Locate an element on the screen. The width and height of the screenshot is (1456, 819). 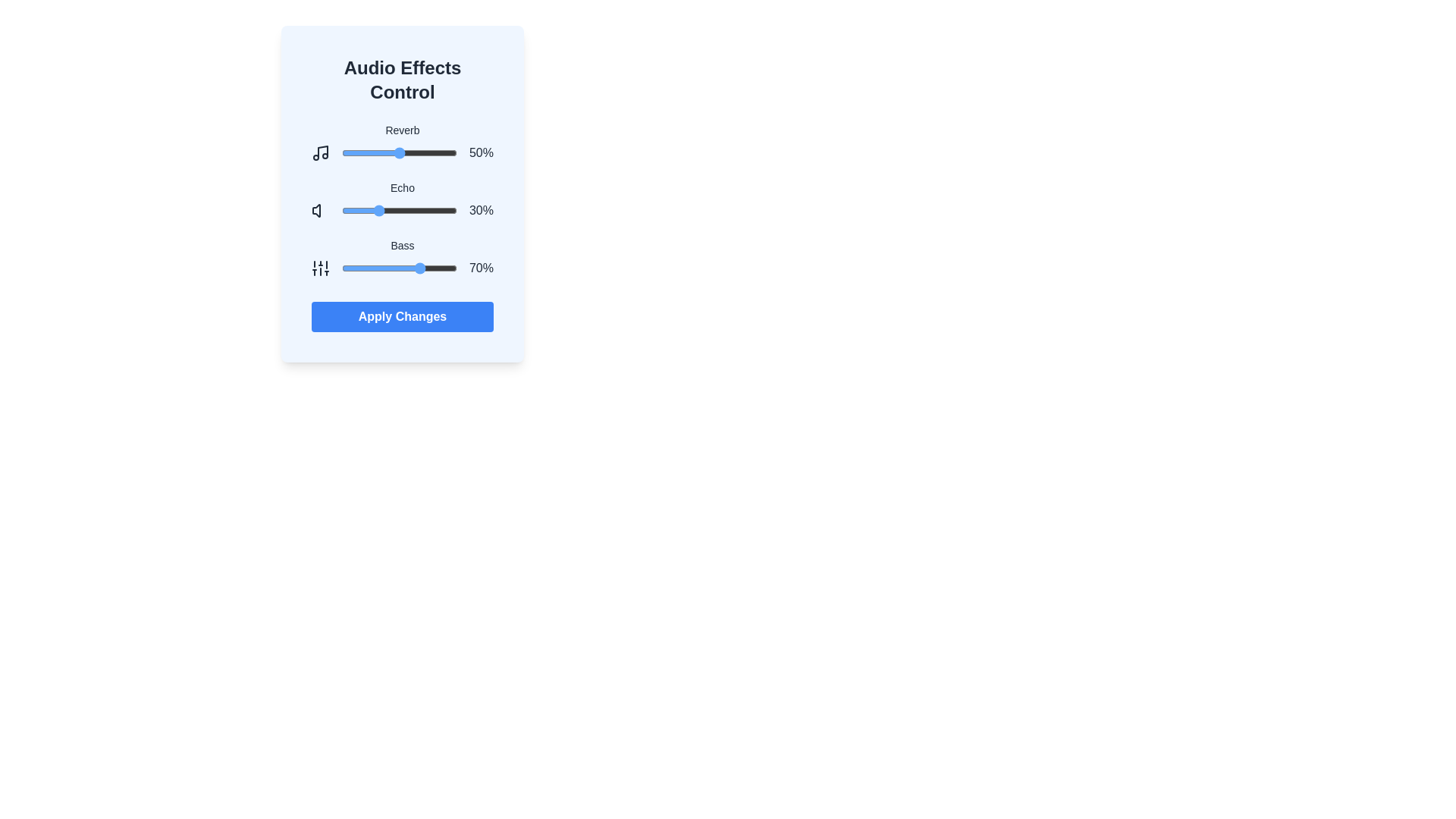
the reverb level is located at coordinates (413, 152).